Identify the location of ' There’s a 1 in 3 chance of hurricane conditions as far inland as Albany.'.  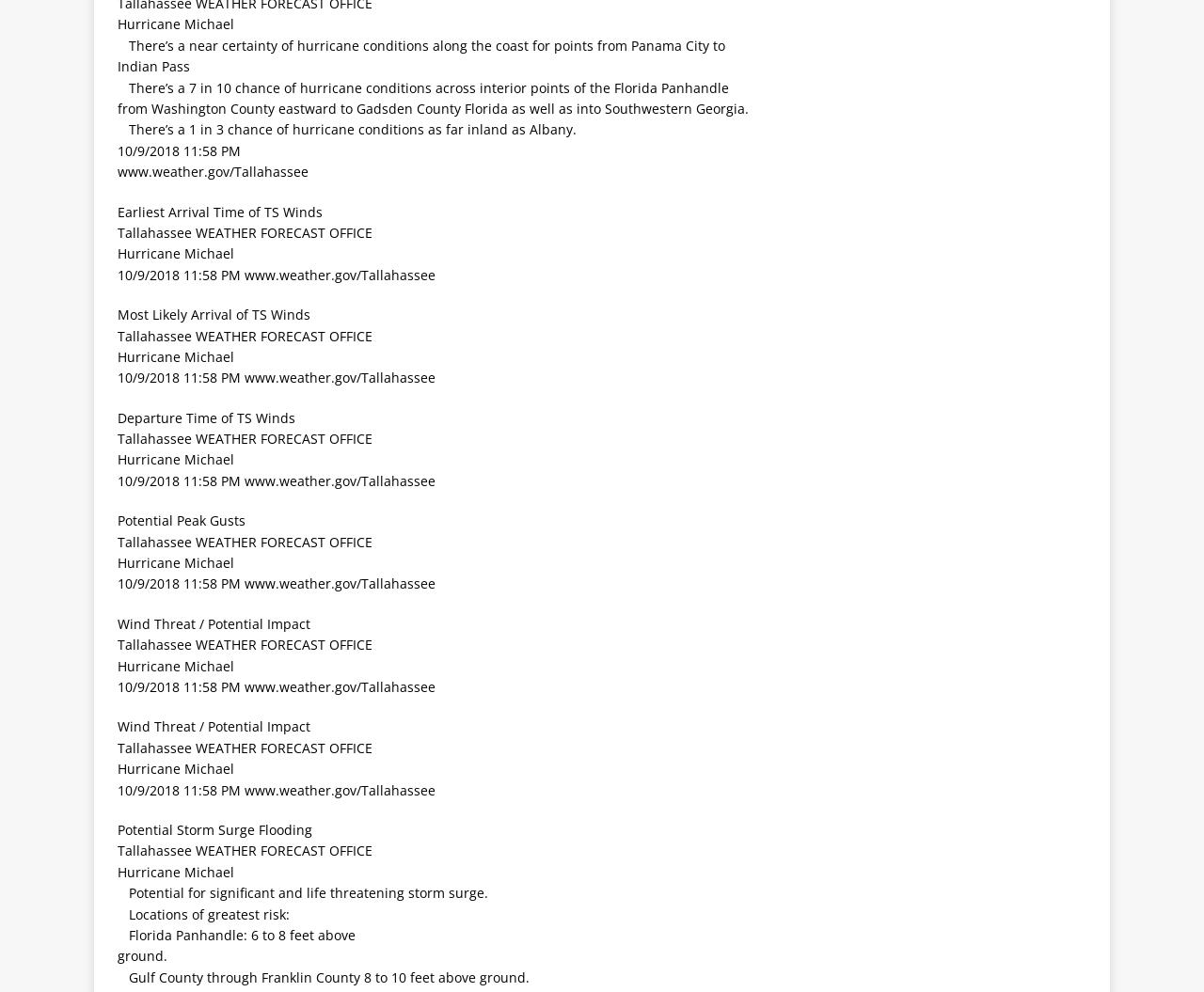
(347, 129).